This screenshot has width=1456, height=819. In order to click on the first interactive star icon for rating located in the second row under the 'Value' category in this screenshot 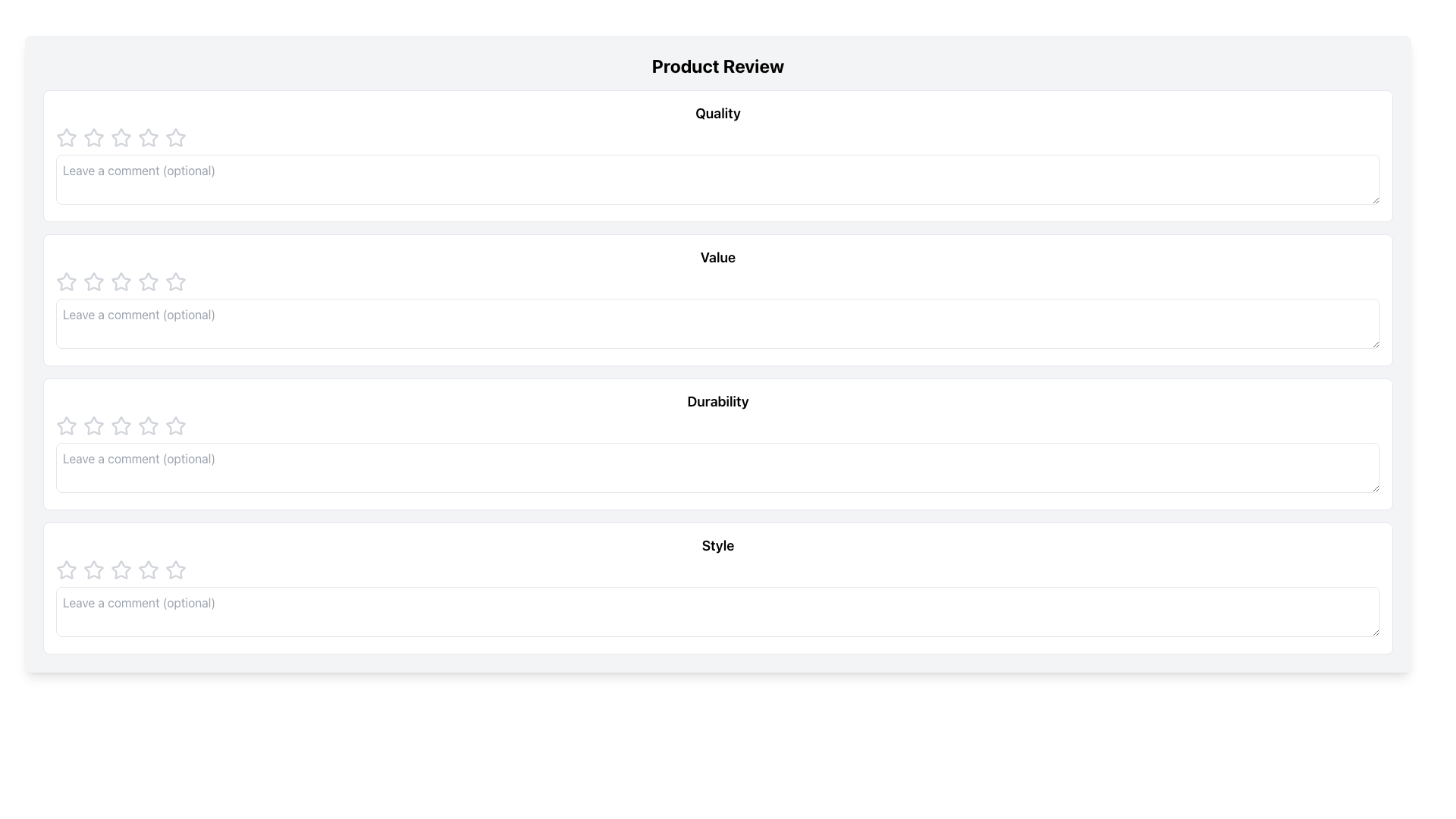, I will do `click(65, 281)`.